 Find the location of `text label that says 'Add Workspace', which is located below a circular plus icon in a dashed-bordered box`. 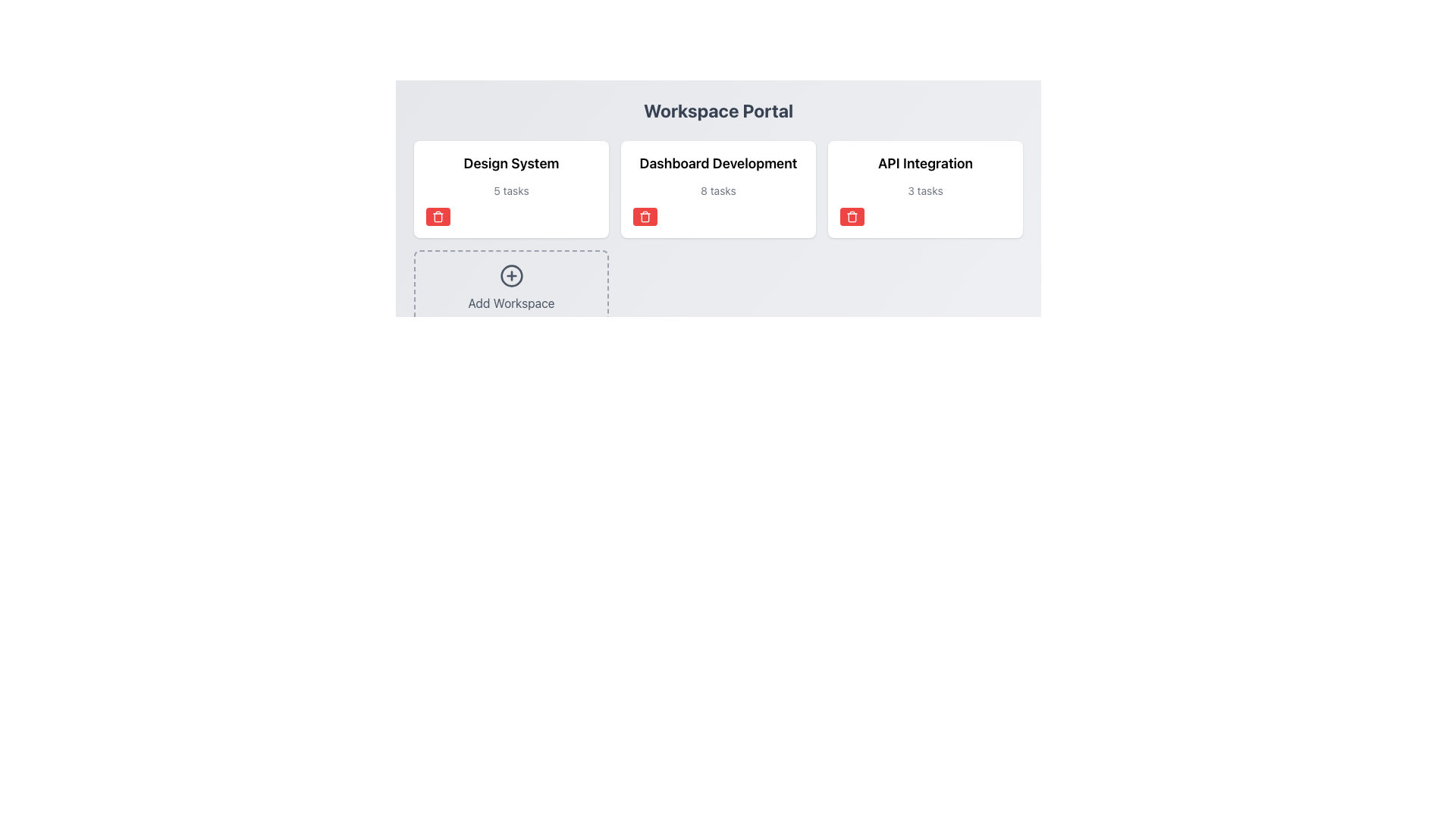

text label that says 'Add Workspace', which is located below a circular plus icon in a dashed-bordered box is located at coordinates (511, 303).